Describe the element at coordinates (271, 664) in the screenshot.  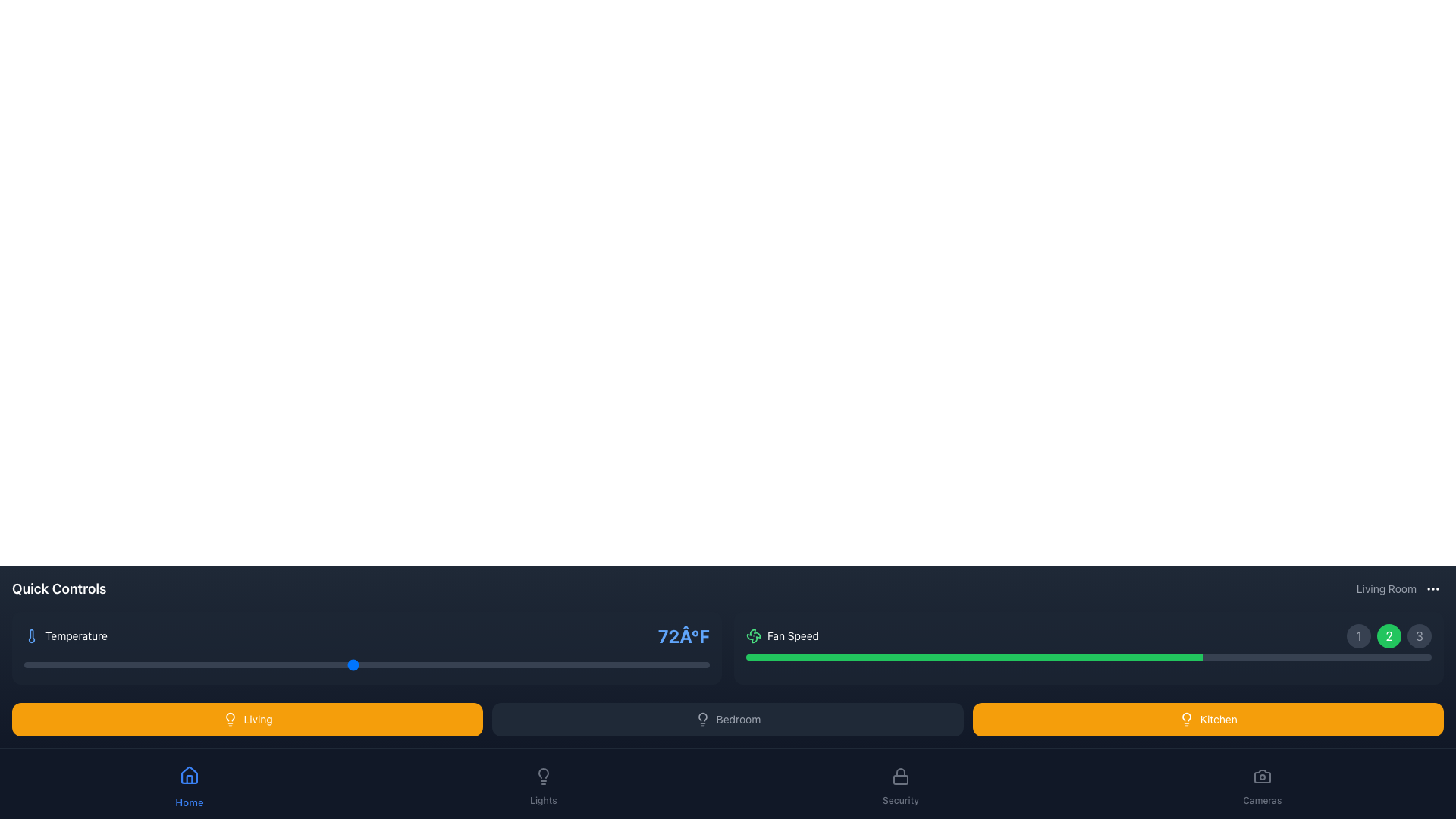
I see `the temperature` at that location.